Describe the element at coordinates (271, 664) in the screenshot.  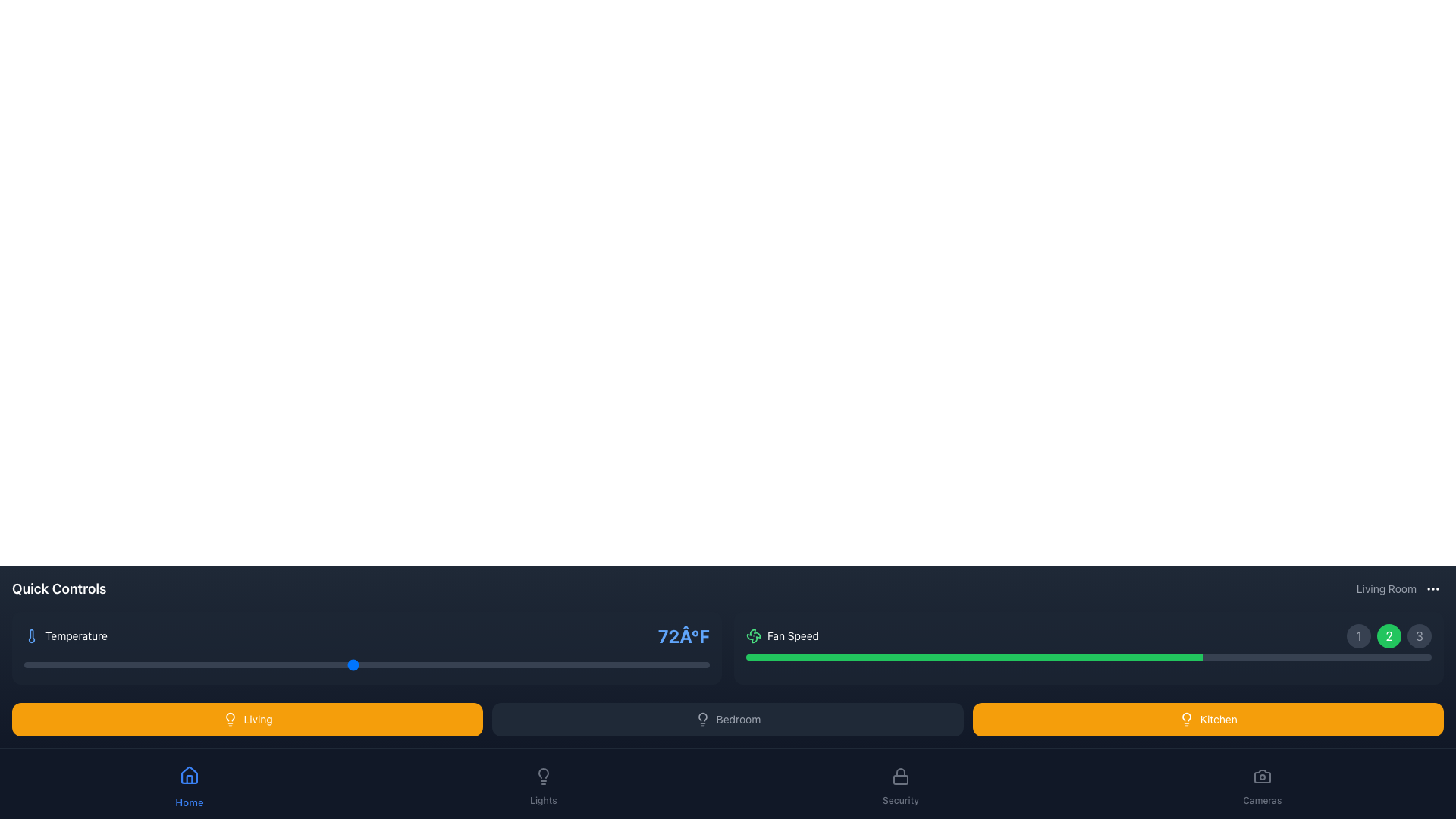
I see `the temperature` at that location.